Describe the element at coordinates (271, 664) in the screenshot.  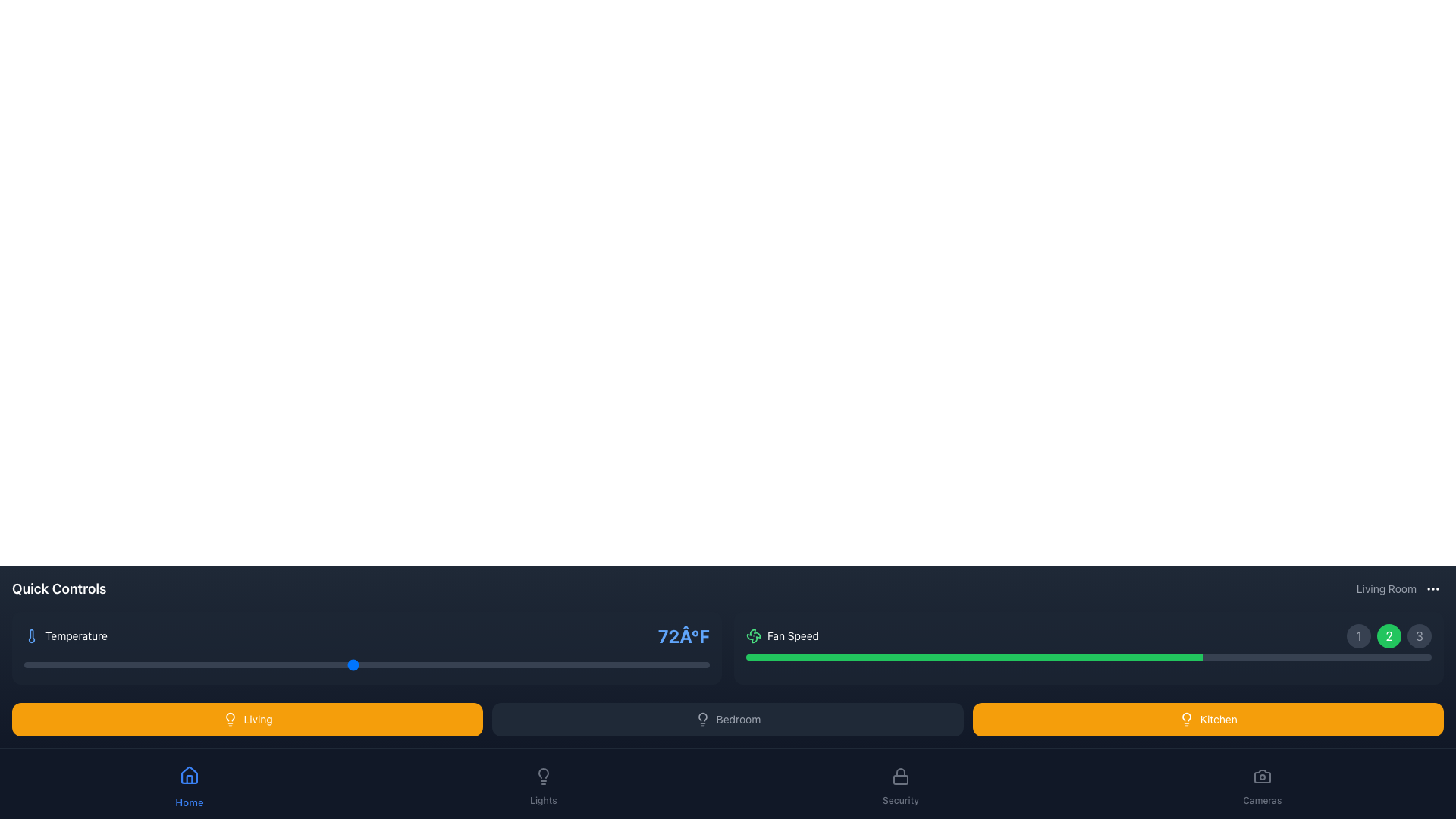
I see `the temperature` at that location.